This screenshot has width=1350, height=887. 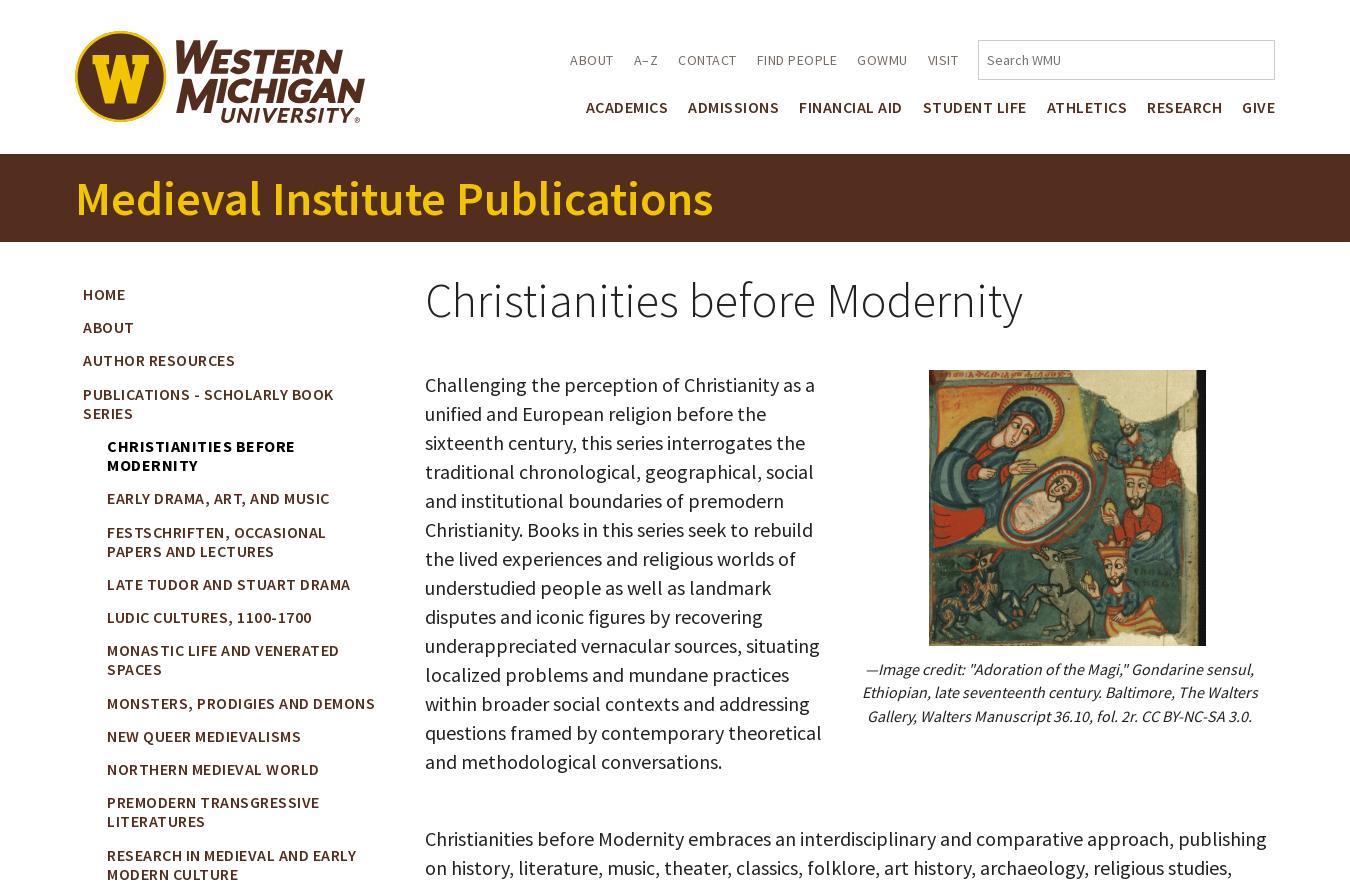 I want to click on 'Late Tudor and Stuart Drama', so click(x=106, y=582).